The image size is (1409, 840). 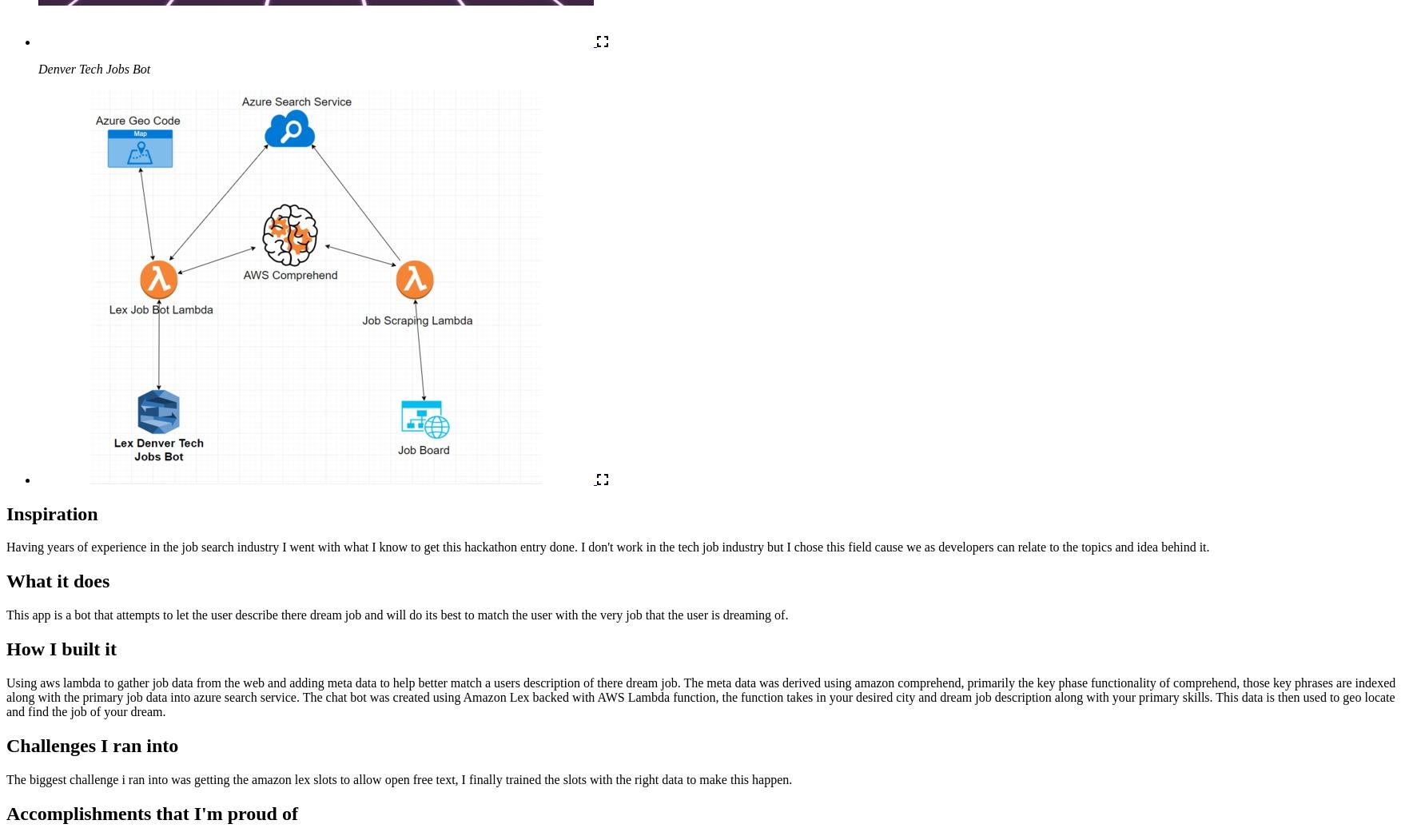 What do you see at coordinates (152, 811) in the screenshot?
I see `'Accomplishments that I'm proud of'` at bounding box center [152, 811].